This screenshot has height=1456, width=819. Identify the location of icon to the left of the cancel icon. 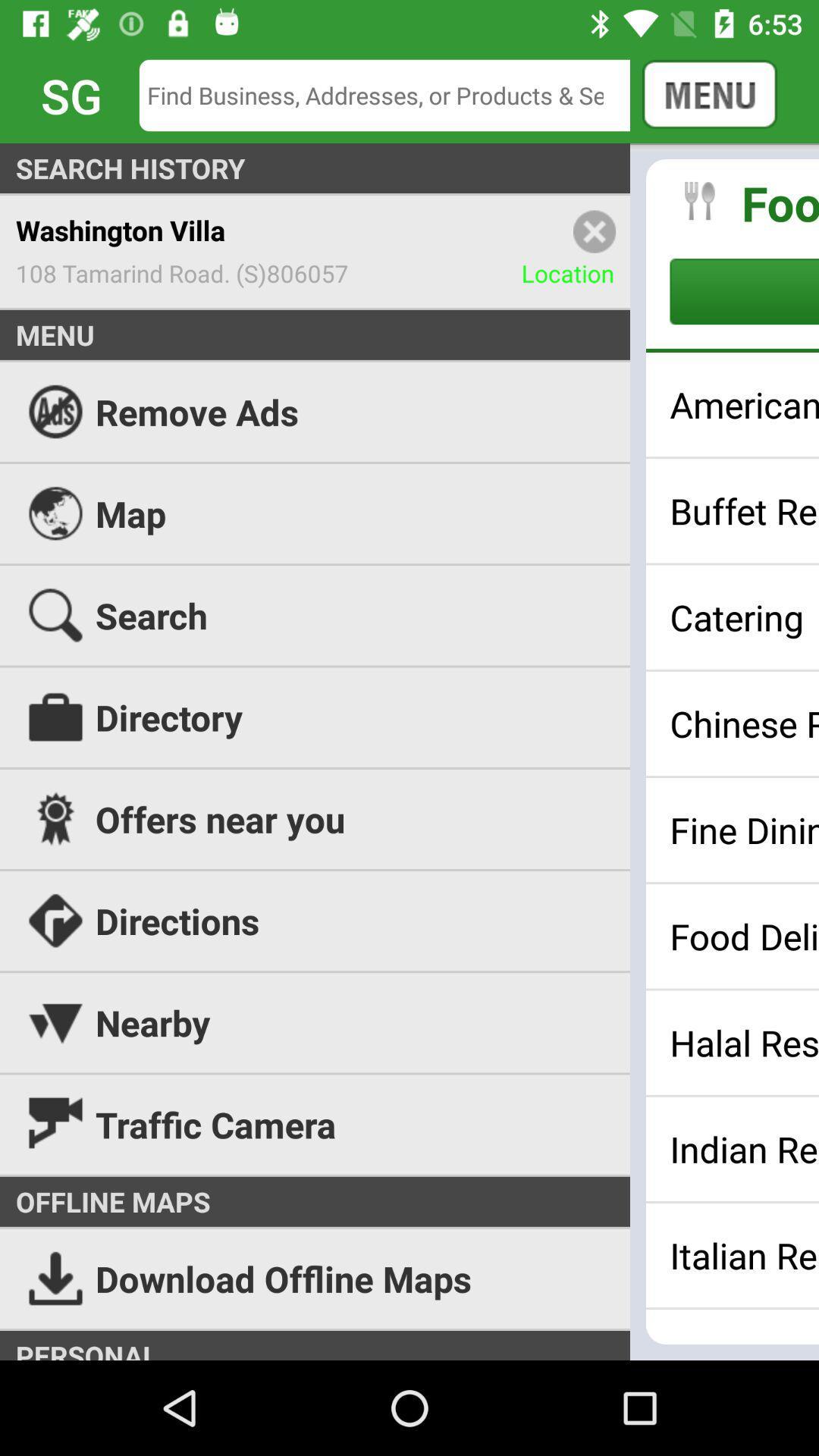
(395, 94).